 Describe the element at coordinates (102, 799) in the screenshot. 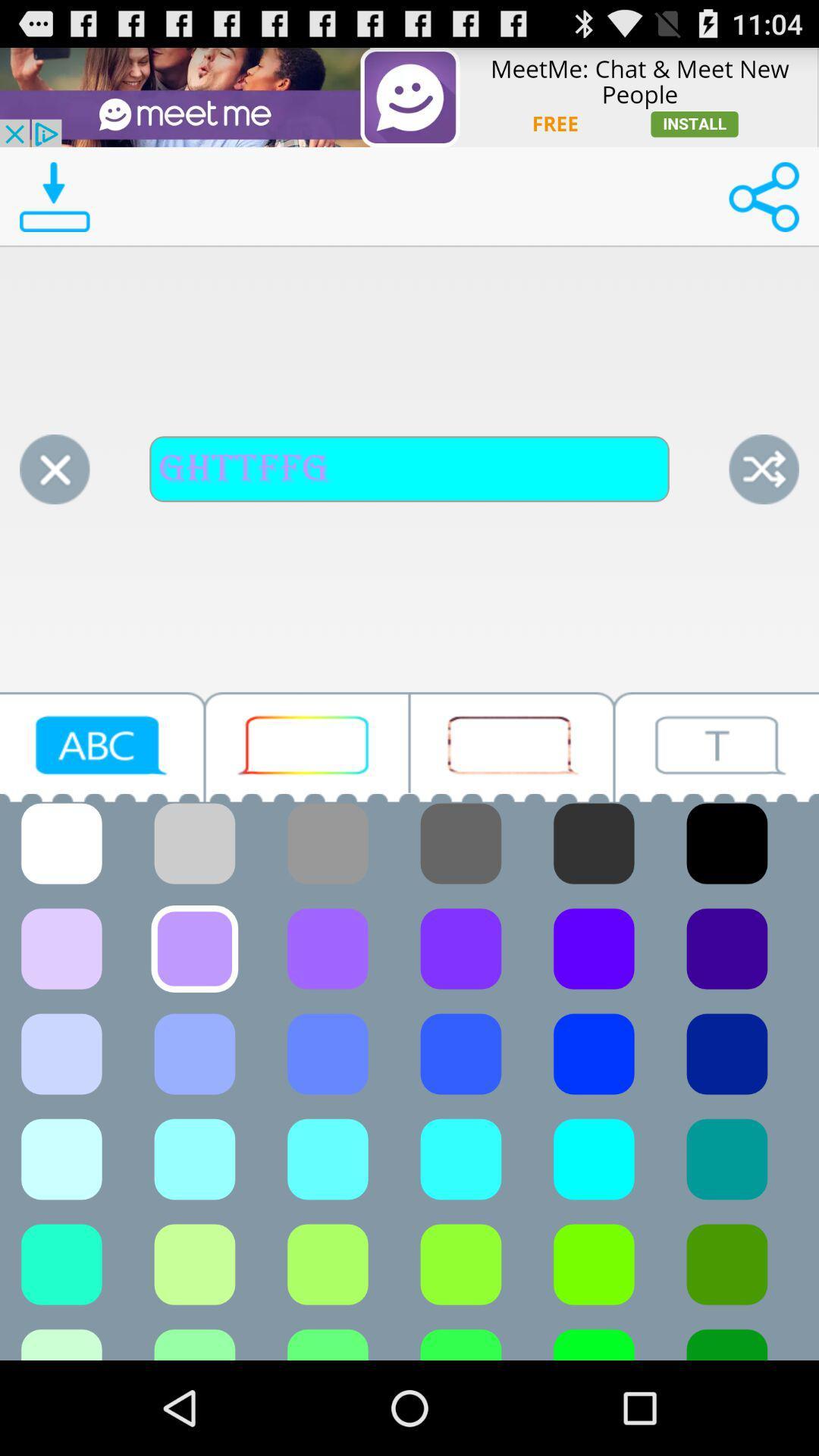

I see `the videocam icon` at that location.